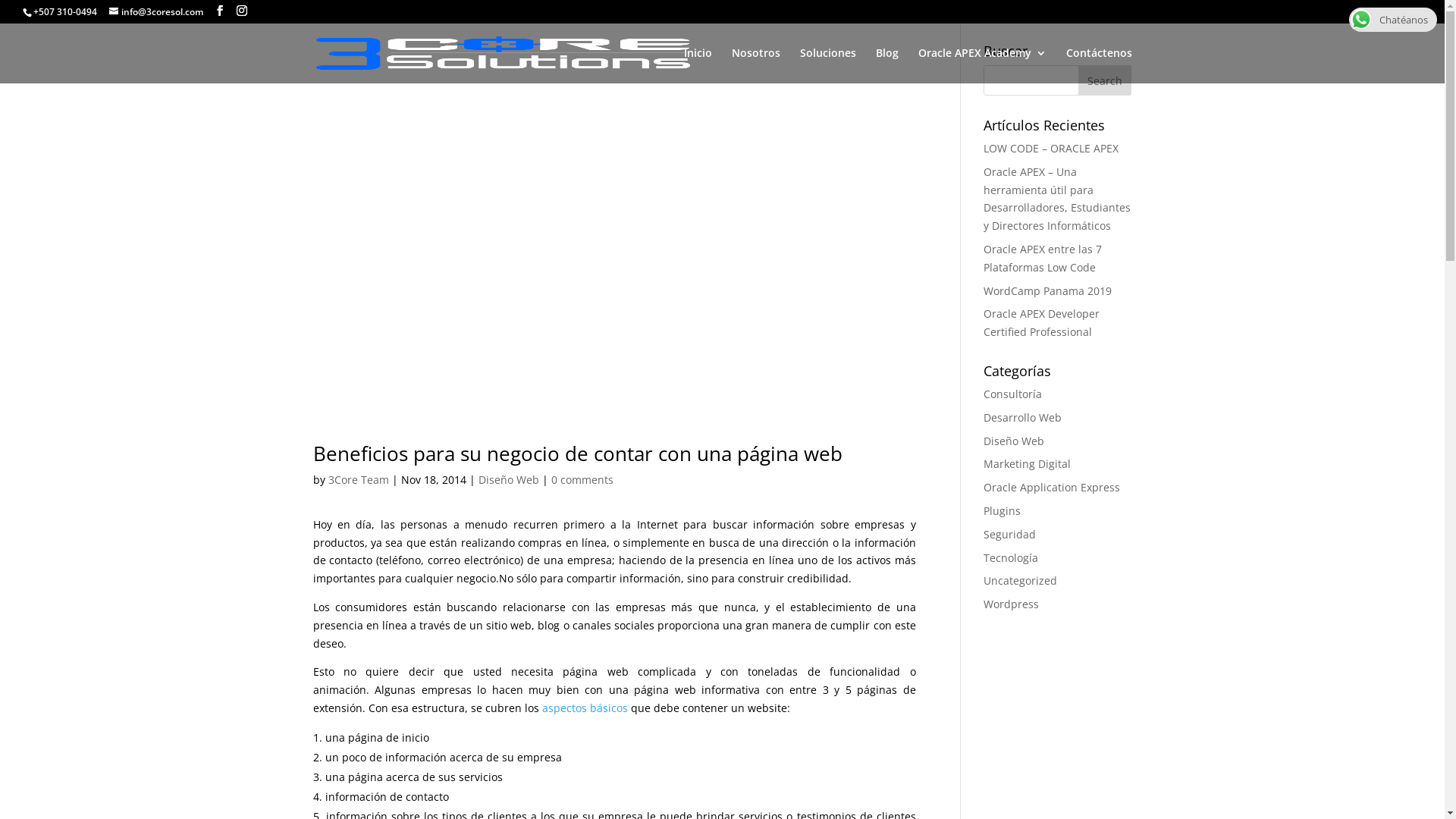 Image resolution: width=1456 pixels, height=819 pixels. What do you see at coordinates (356, 479) in the screenshot?
I see `'3Core Team'` at bounding box center [356, 479].